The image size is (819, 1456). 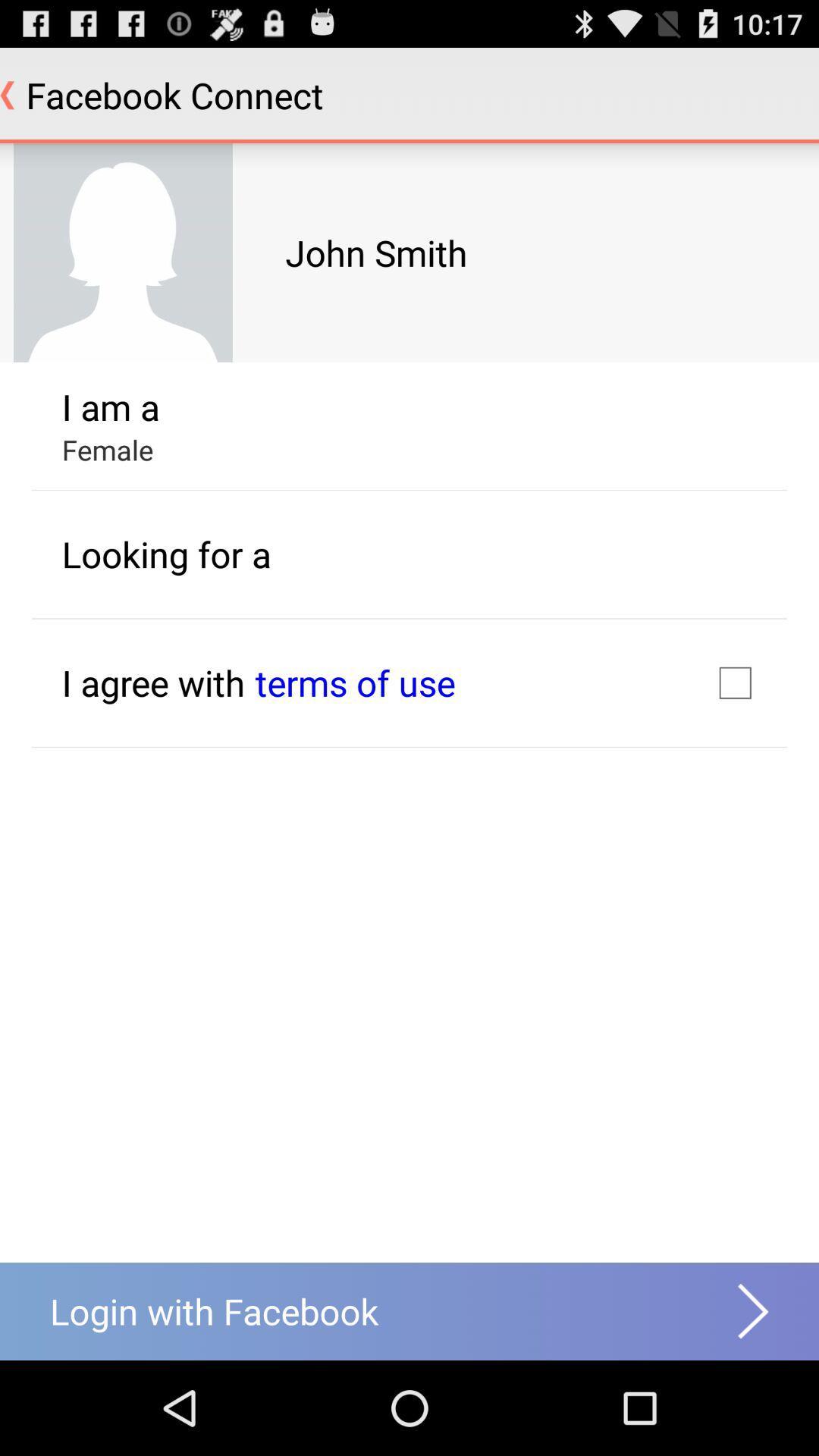 I want to click on the text which is in blue in color, so click(x=356, y=682).